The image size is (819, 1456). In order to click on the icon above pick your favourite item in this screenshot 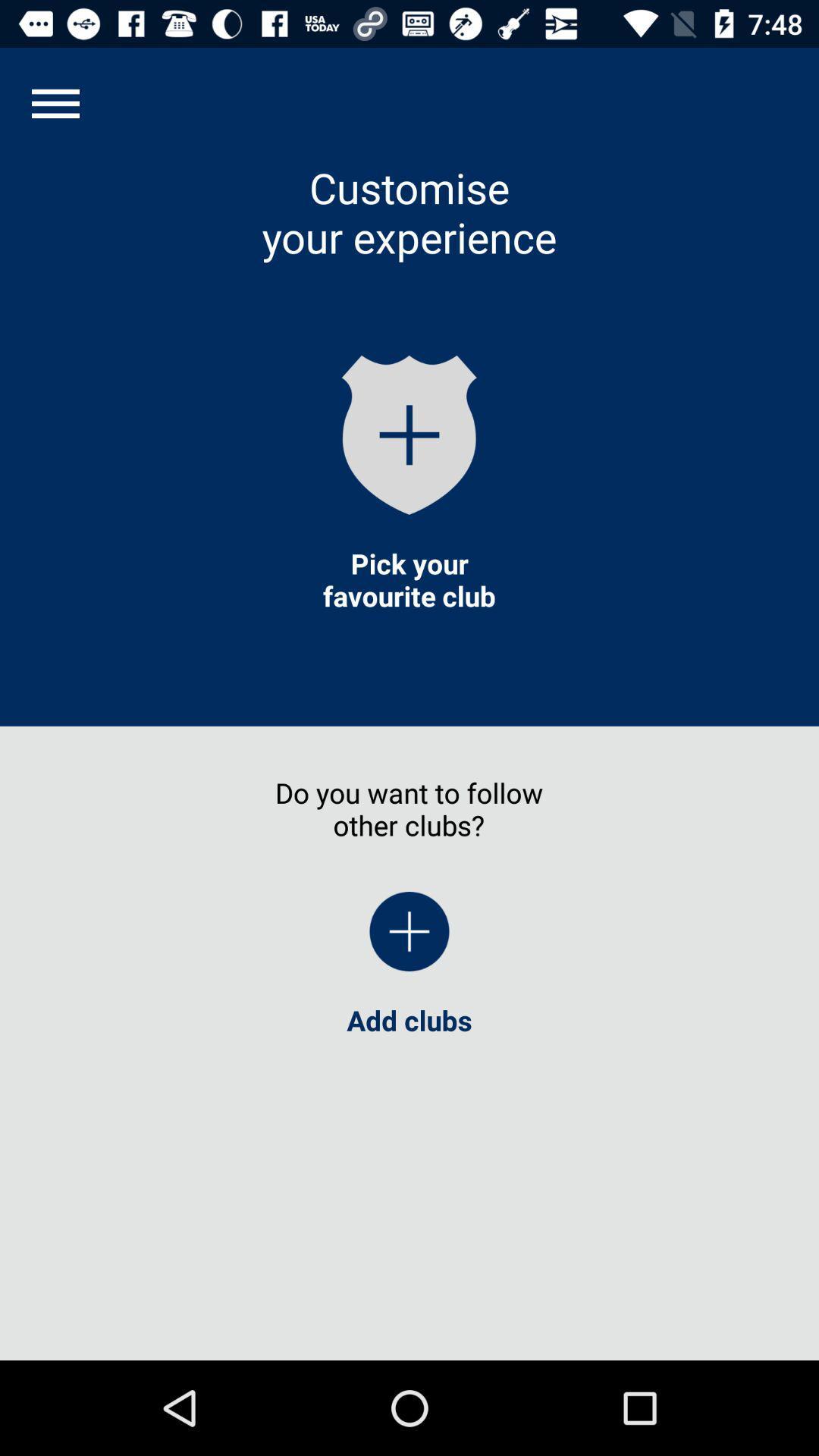, I will do `click(409, 434)`.